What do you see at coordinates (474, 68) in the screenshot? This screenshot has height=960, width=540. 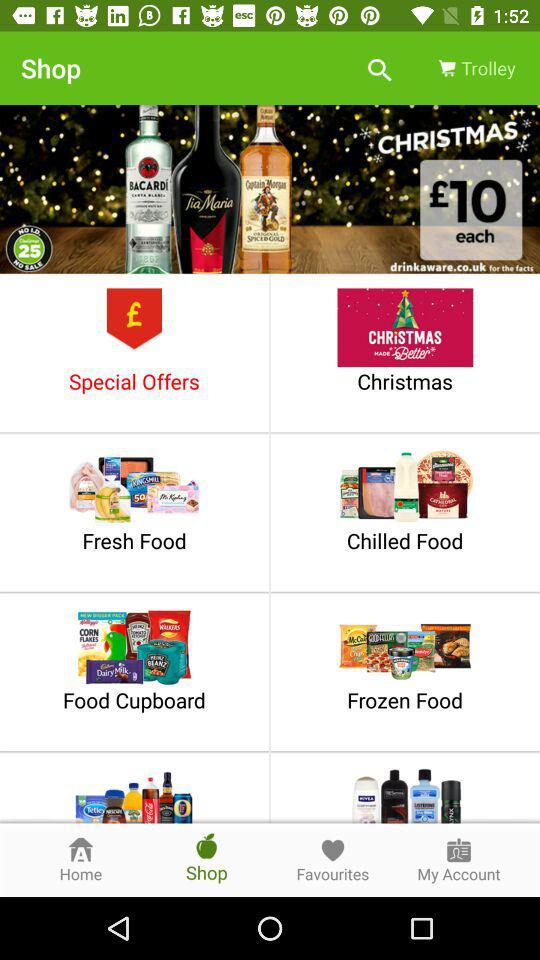 I see `the trolley` at bounding box center [474, 68].